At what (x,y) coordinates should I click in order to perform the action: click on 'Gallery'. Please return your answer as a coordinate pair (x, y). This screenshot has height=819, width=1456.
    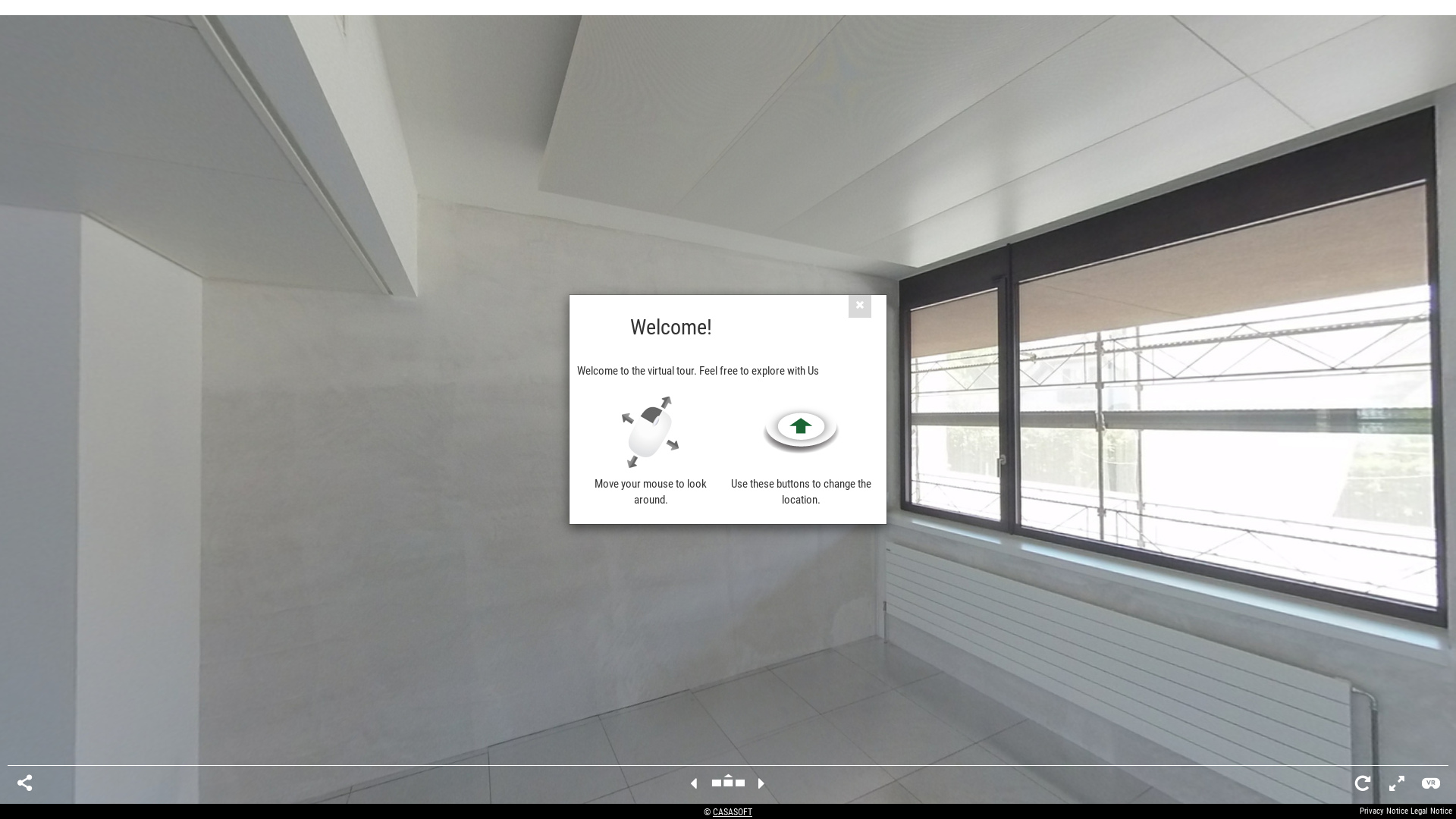
    Looking at the image, I should click on (728, 783).